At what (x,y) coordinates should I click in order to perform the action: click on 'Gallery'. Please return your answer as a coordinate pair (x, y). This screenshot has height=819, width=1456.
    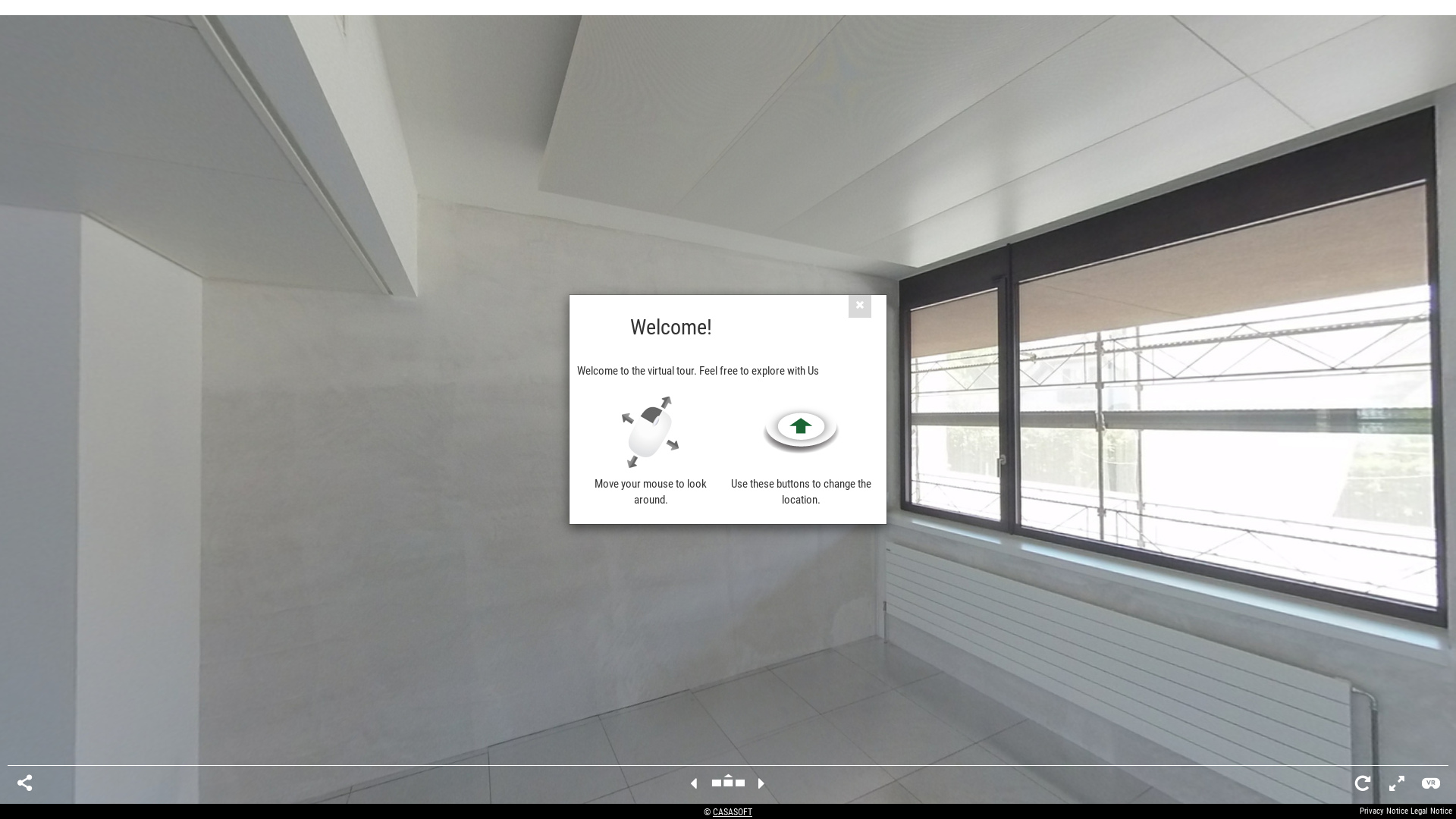
    Looking at the image, I should click on (728, 783).